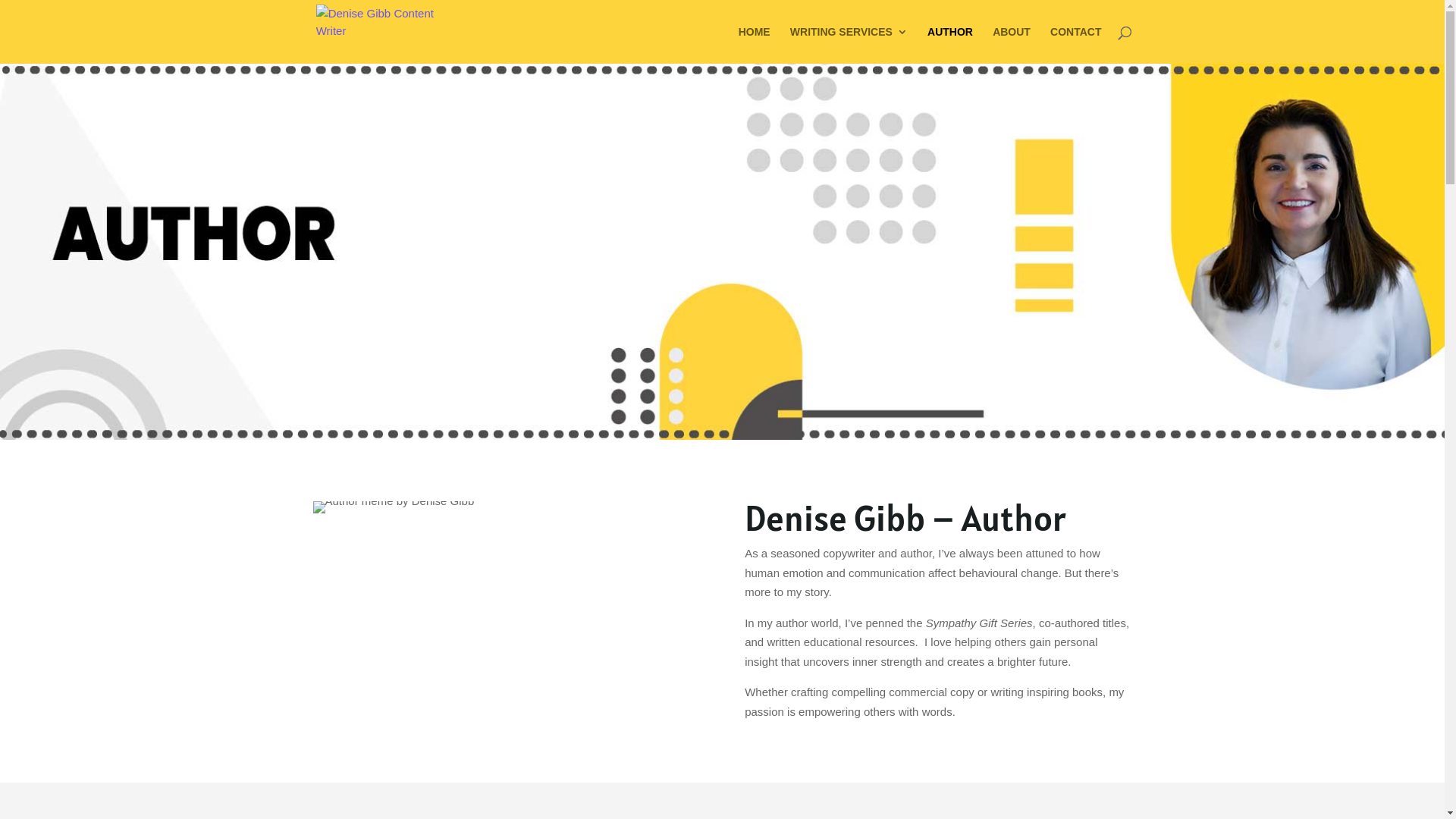 The height and width of the screenshot is (819, 1456). Describe the element at coordinates (927, 44) in the screenshot. I see `'AUTHOR'` at that location.